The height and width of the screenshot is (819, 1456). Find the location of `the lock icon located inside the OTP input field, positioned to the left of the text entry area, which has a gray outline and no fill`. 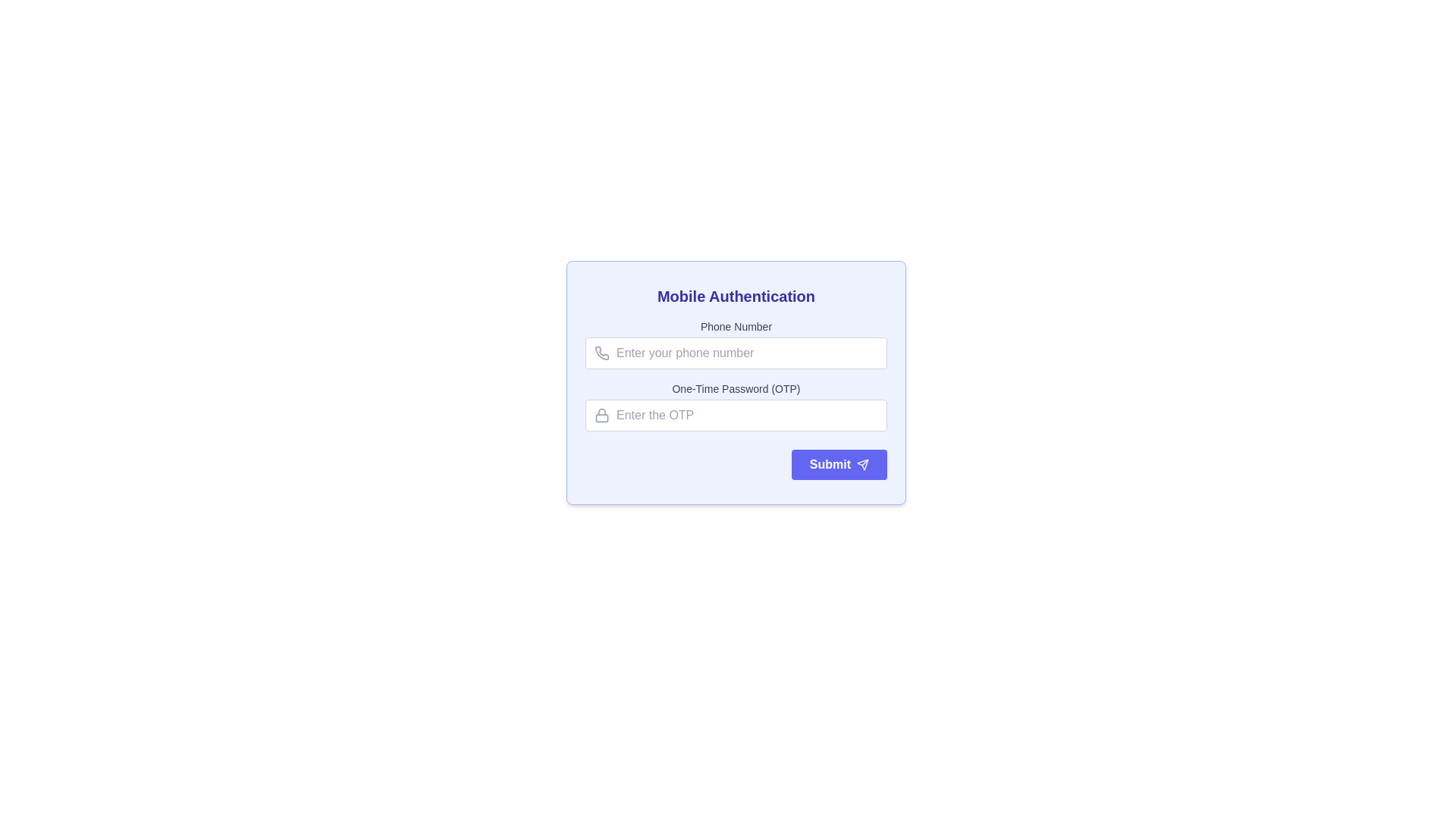

the lock icon located inside the OTP input field, positioned to the left of the text entry area, which has a gray outline and no fill is located at coordinates (601, 415).